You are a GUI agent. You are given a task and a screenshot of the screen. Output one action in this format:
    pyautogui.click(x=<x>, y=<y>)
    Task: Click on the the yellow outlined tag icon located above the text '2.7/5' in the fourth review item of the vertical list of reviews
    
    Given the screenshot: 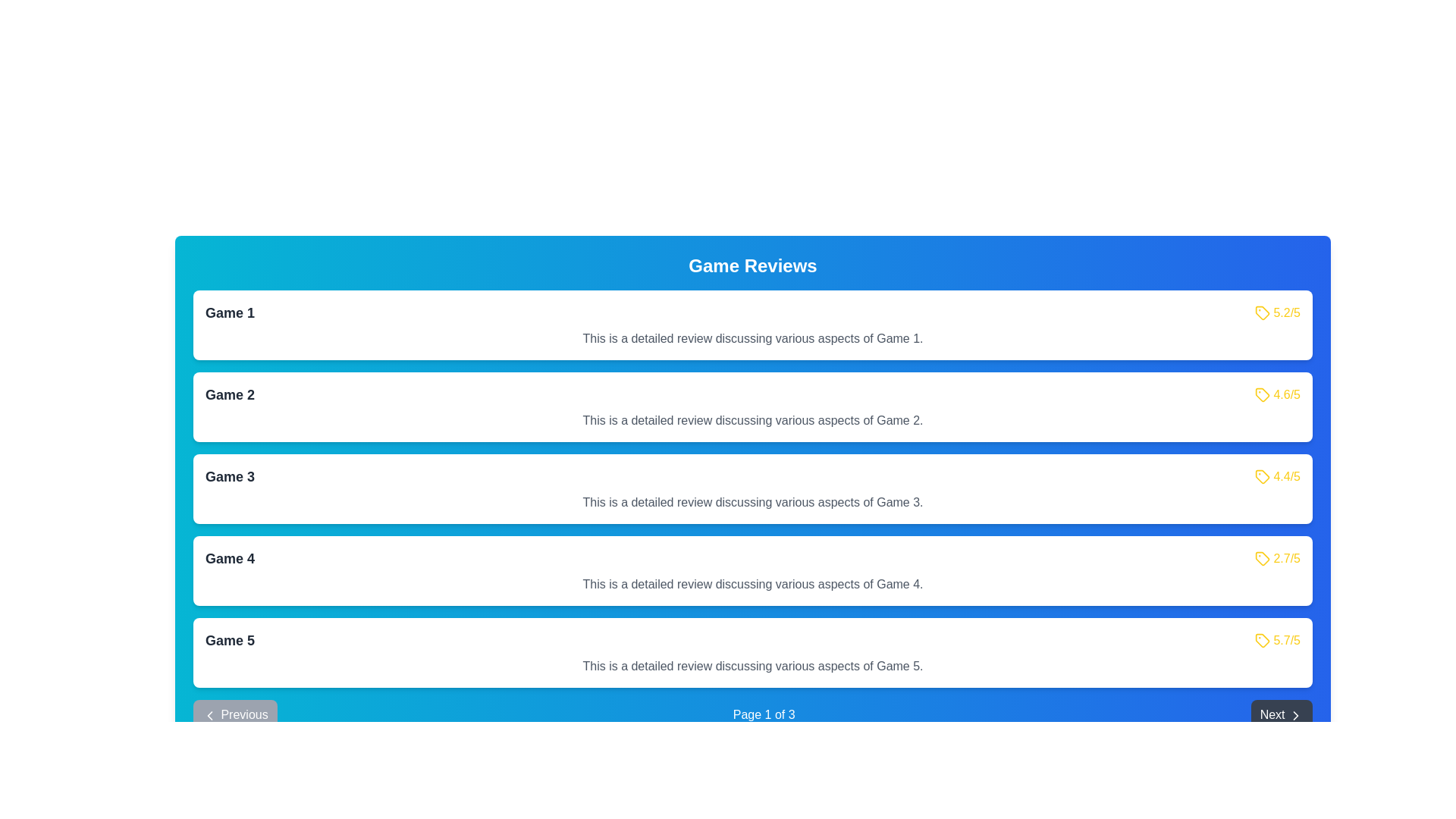 What is the action you would take?
    pyautogui.click(x=1263, y=558)
    